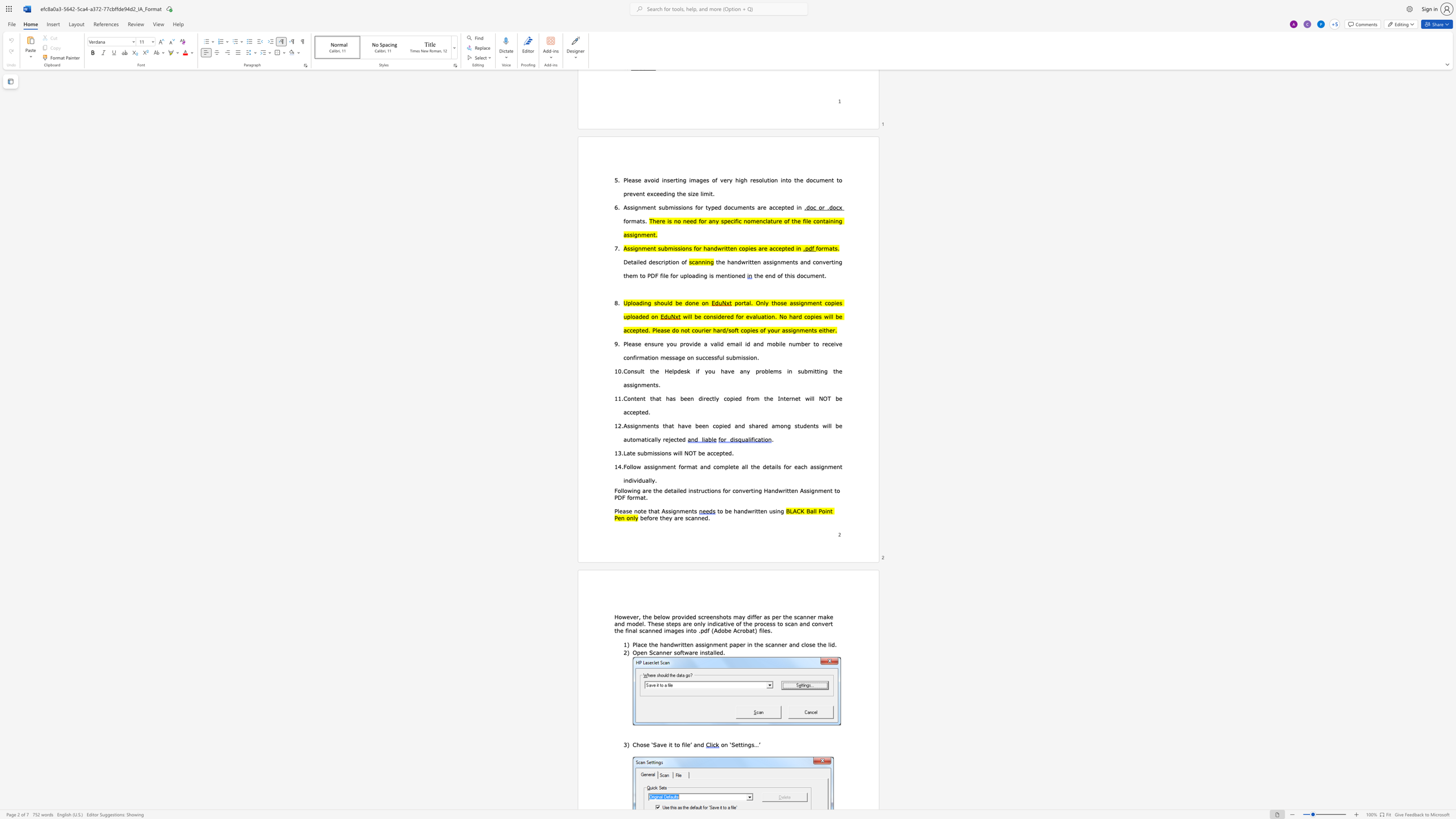  I want to click on the 2th character "i" in the text, so click(684, 744).